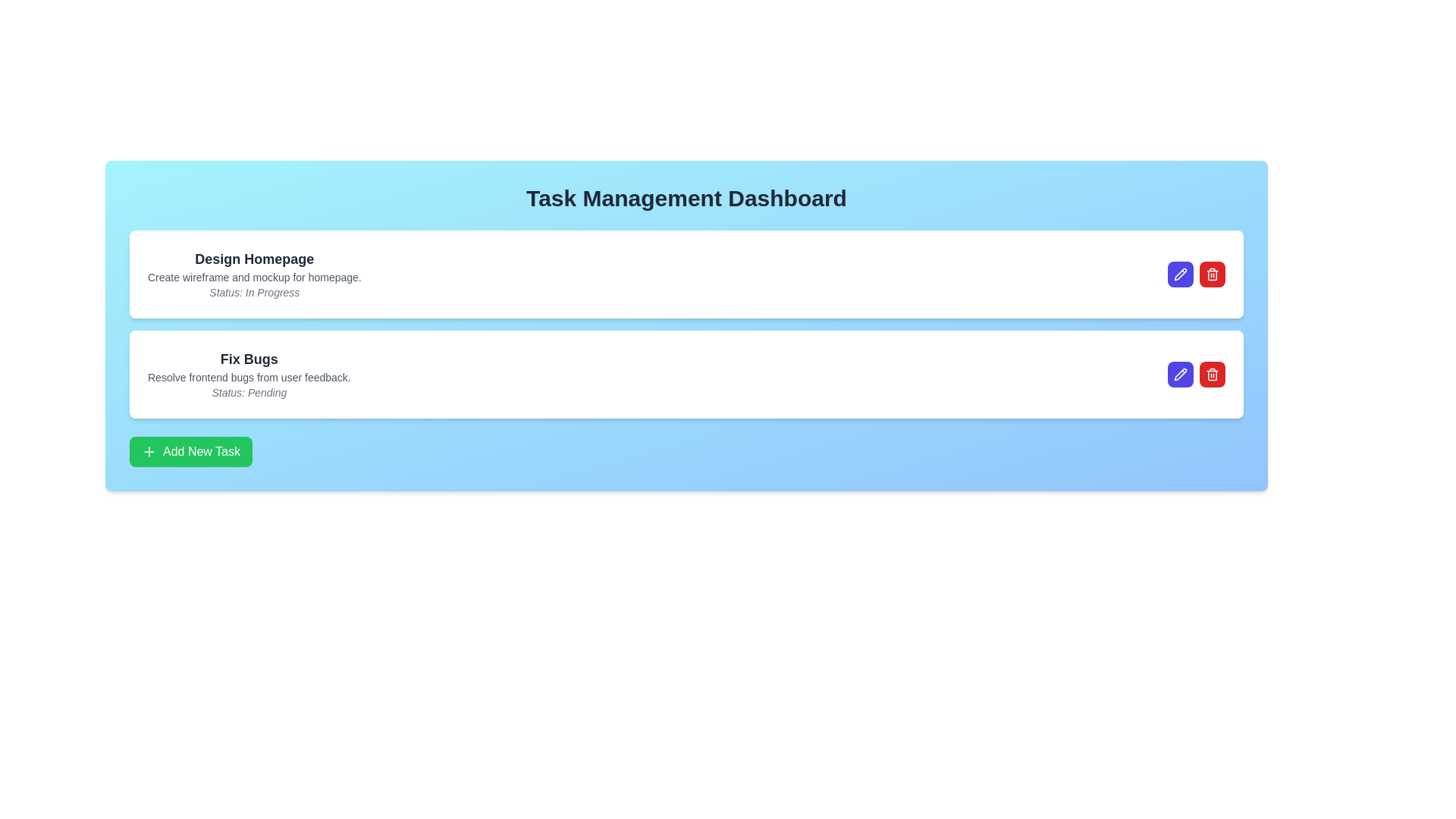 Image resolution: width=1456 pixels, height=819 pixels. Describe the element at coordinates (1211, 374) in the screenshot. I see `the delete button for the 'Fix Bugs' task item located at the far right of the task card` at that location.